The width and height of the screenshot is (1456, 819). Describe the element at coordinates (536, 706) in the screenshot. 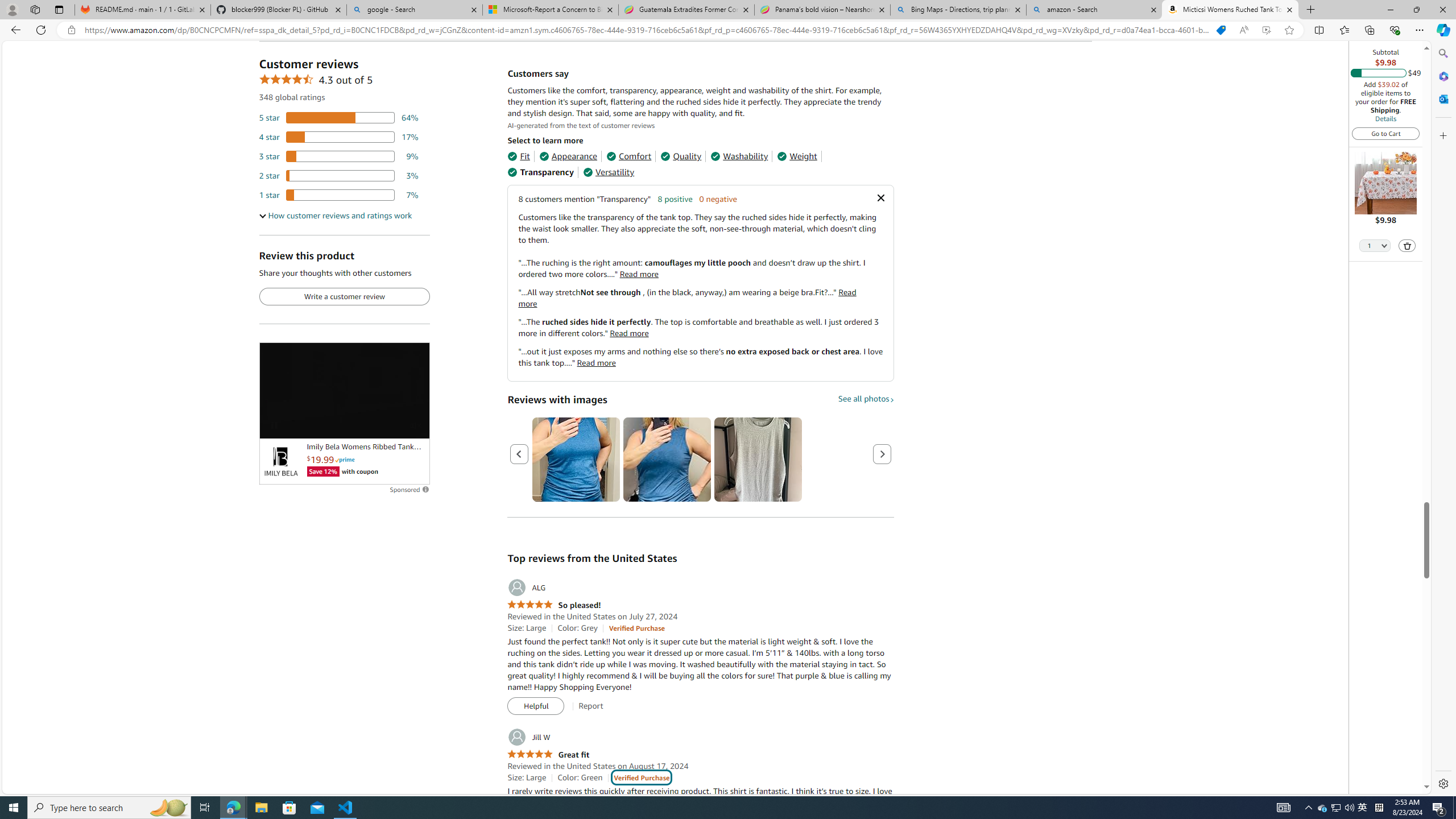

I see `'Helpful'` at that location.